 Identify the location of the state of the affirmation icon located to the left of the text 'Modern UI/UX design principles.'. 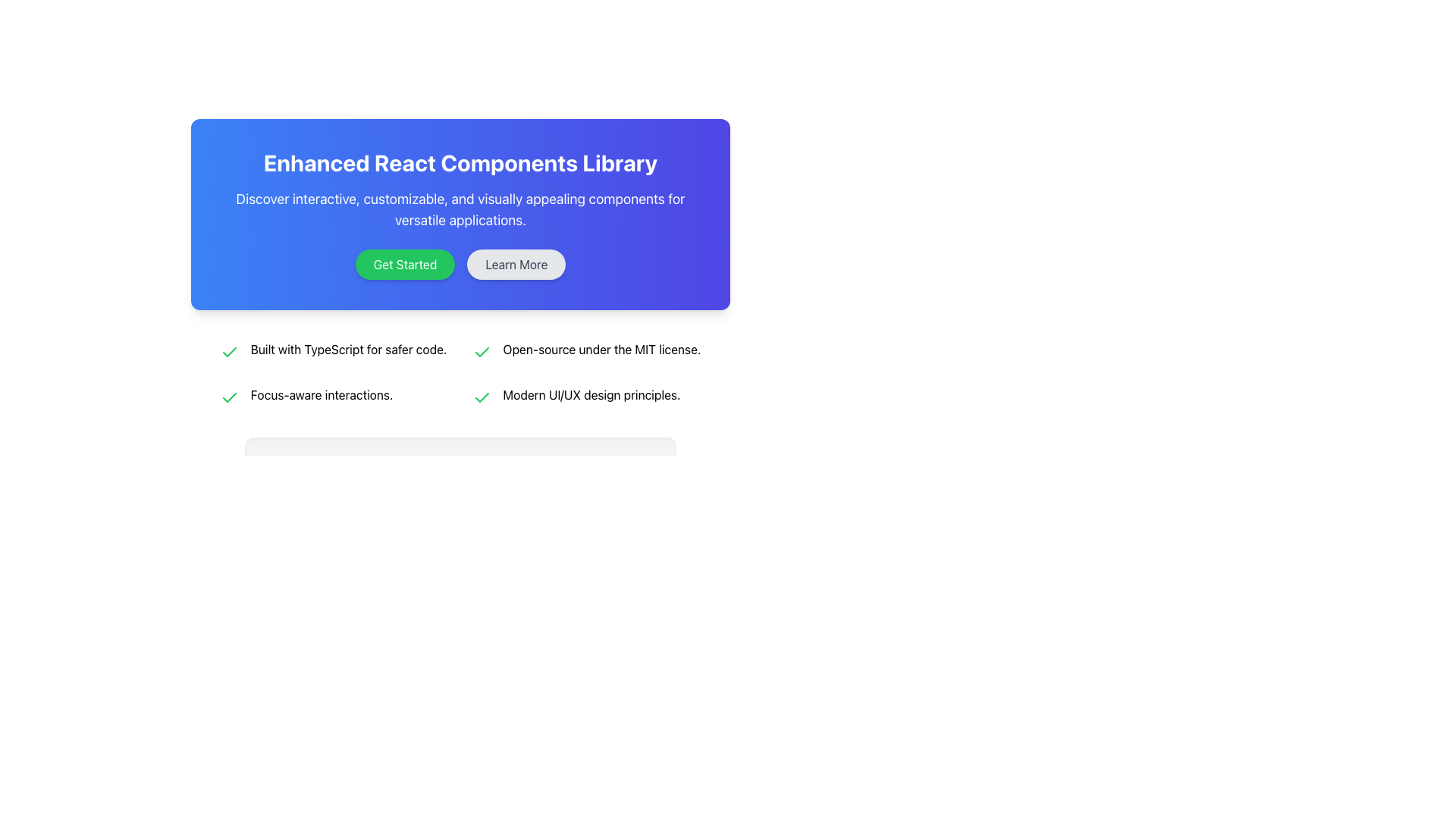
(481, 397).